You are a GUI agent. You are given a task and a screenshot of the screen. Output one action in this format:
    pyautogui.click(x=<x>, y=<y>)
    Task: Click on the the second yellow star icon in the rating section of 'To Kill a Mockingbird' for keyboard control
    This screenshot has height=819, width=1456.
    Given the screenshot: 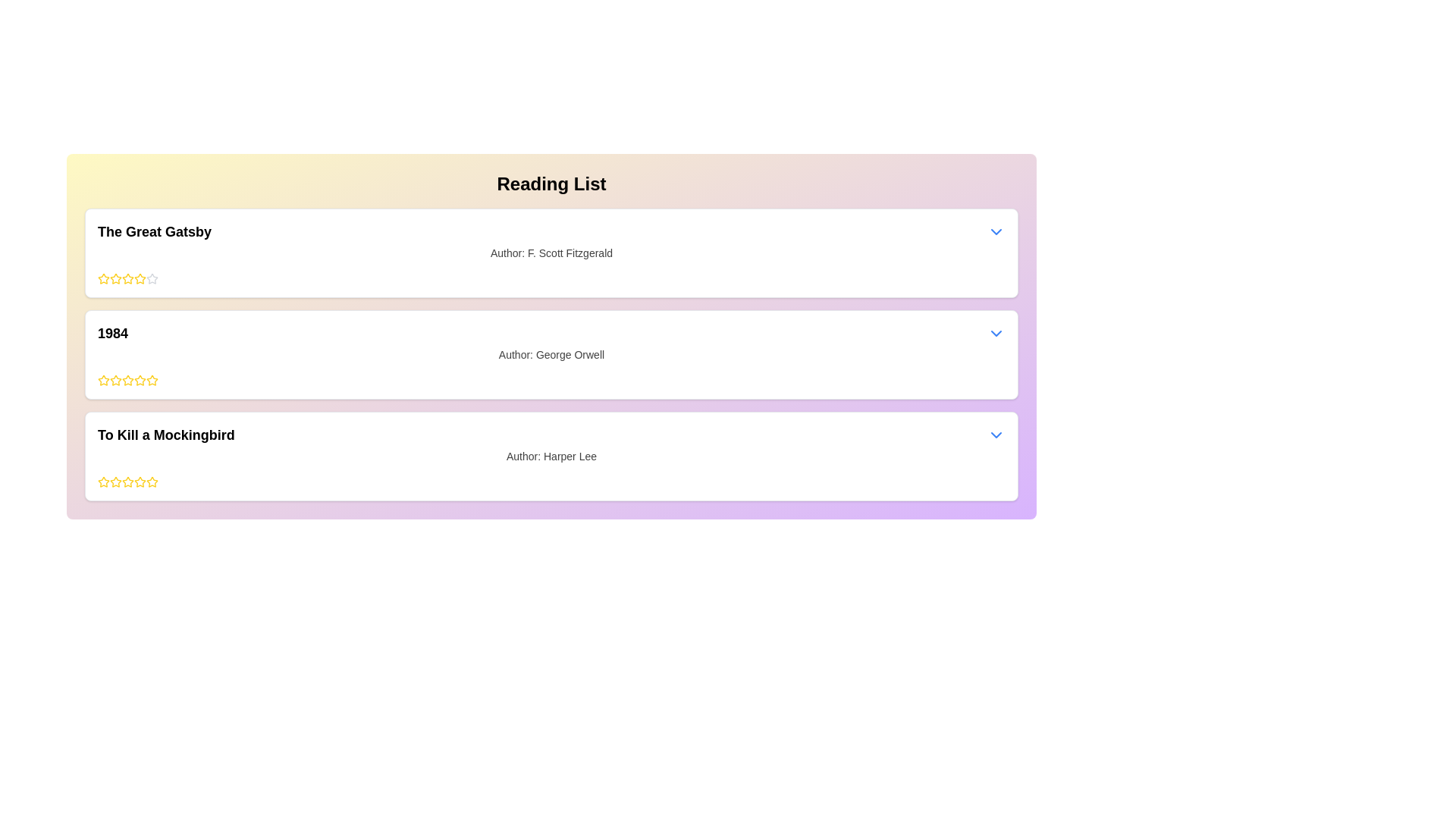 What is the action you would take?
    pyautogui.click(x=152, y=482)
    